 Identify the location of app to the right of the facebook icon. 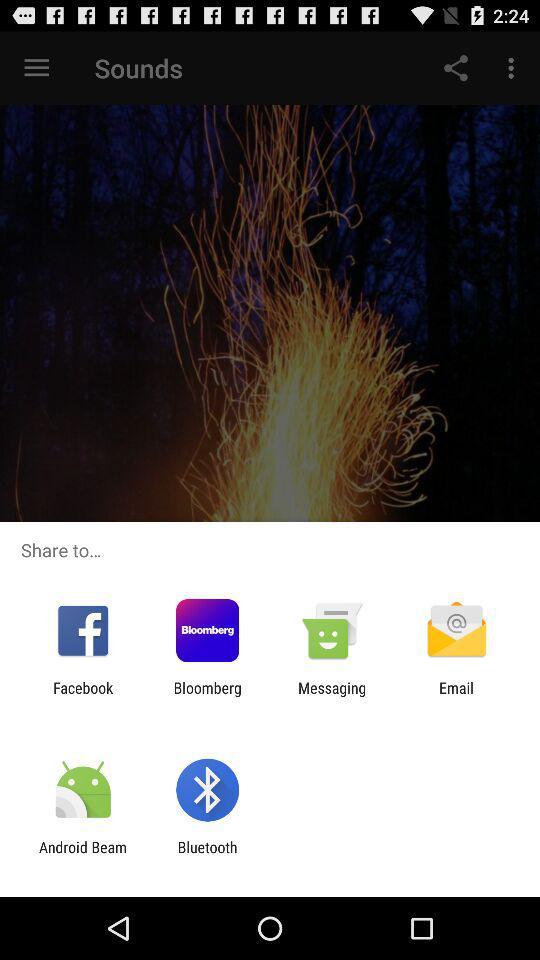
(206, 696).